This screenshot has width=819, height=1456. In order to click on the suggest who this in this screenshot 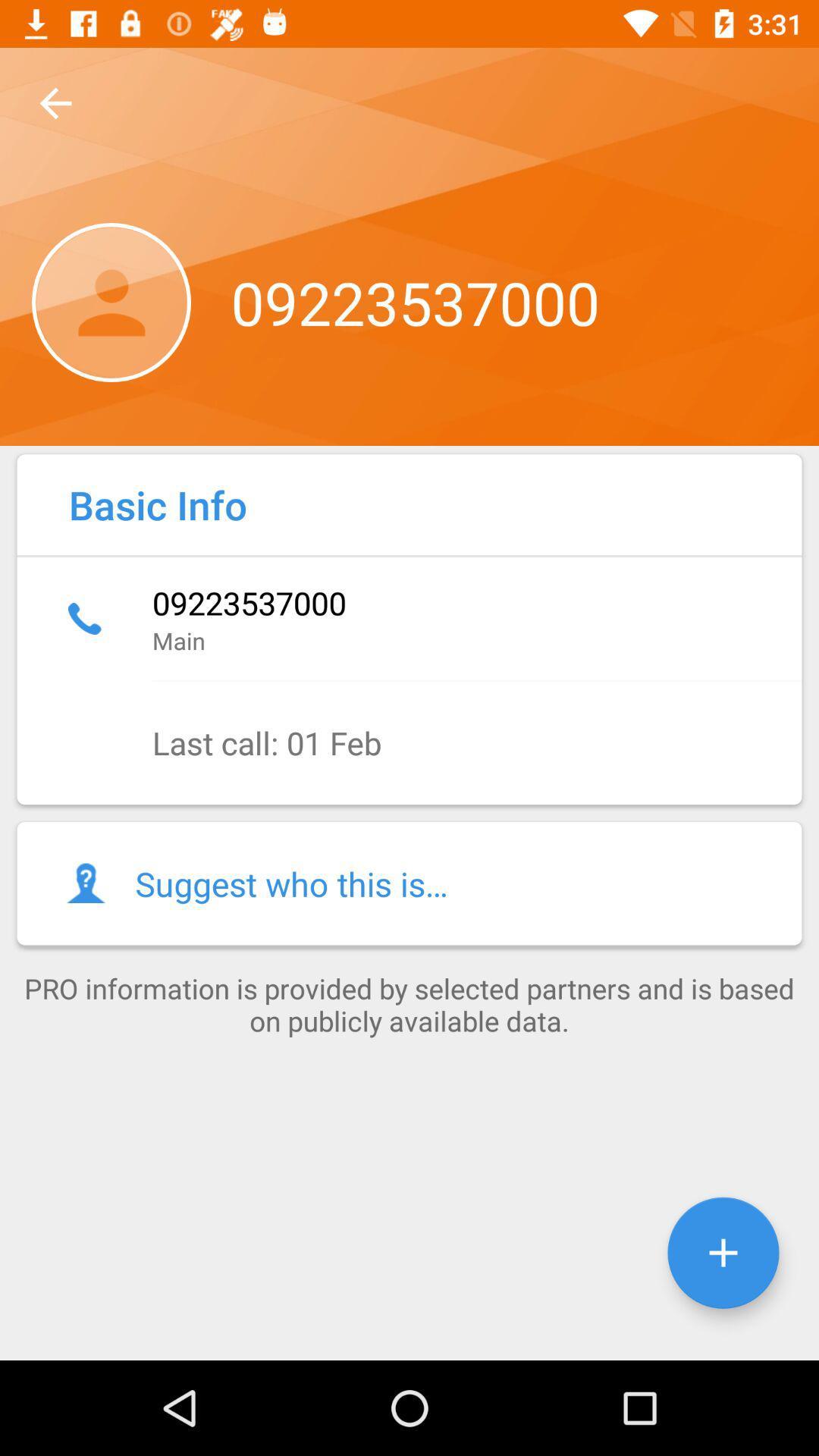, I will do `click(409, 883)`.